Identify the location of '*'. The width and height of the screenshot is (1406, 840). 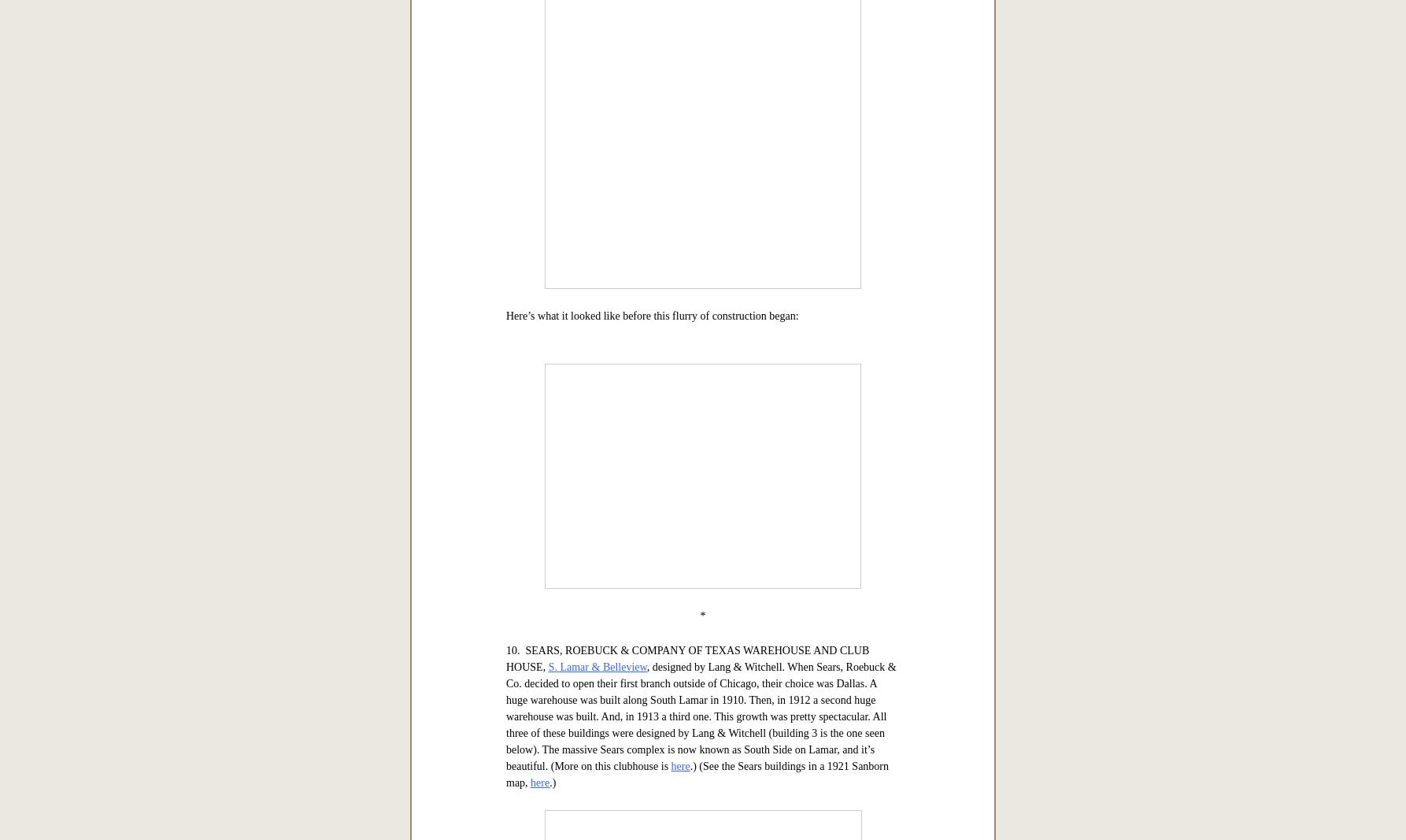
(699, 88).